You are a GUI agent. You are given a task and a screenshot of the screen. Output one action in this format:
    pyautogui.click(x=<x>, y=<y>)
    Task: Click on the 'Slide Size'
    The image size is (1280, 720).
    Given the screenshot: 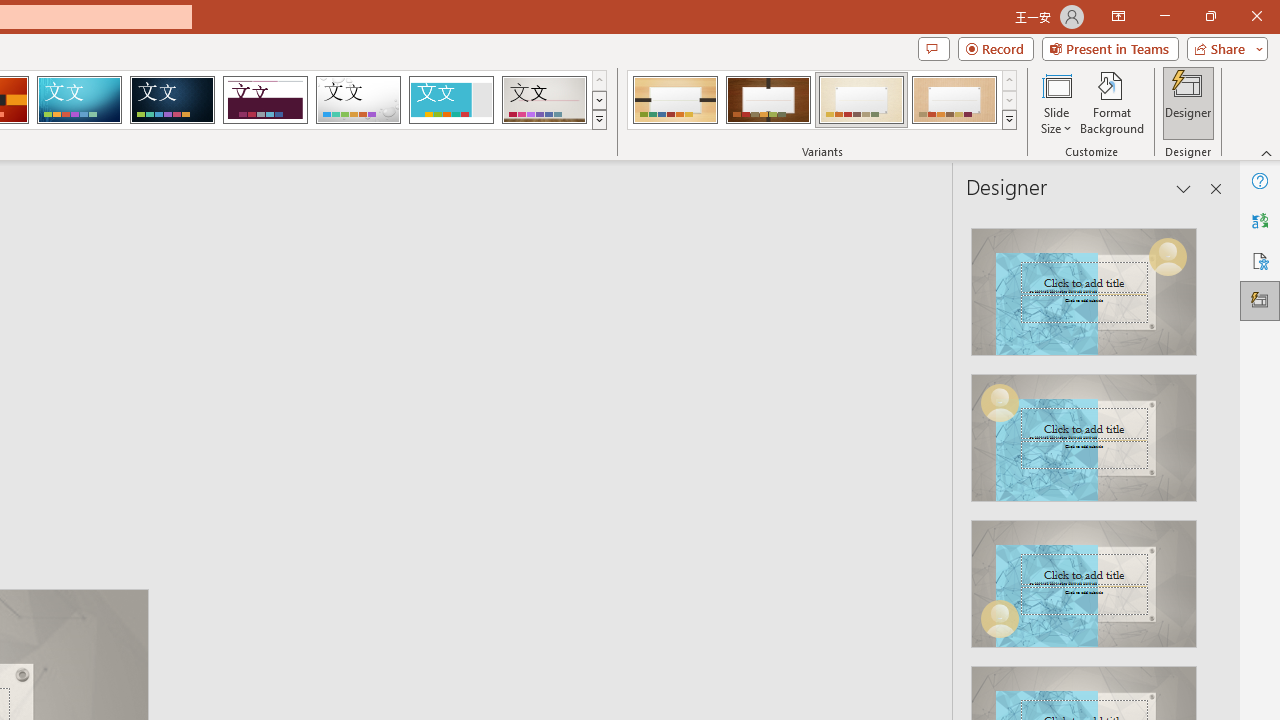 What is the action you would take?
    pyautogui.click(x=1055, y=103)
    